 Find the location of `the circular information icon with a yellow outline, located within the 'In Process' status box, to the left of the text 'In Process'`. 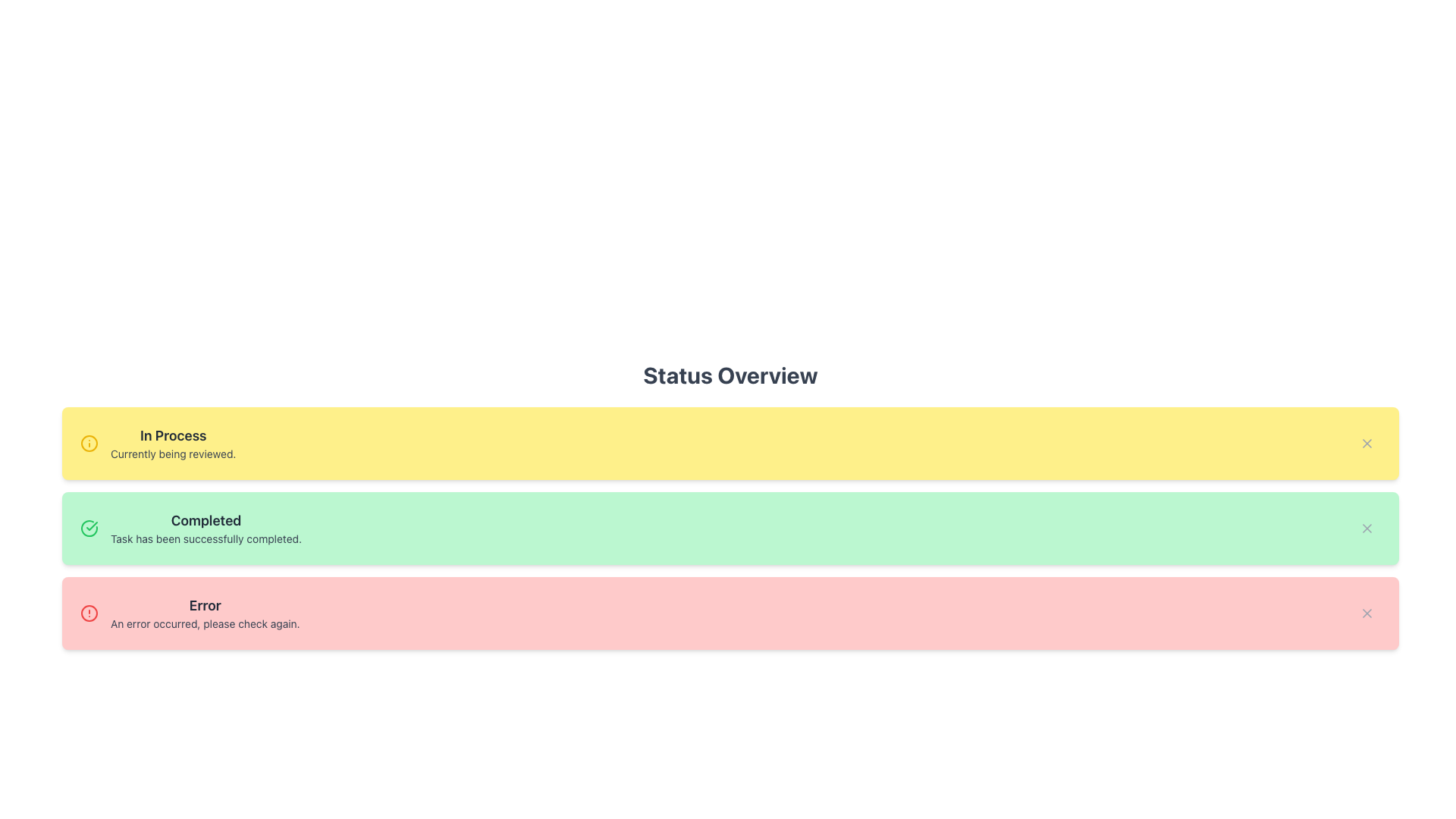

the circular information icon with a yellow outline, located within the 'In Process' status box, to the left of the text 'In Process' is located at coordinates (89, 444).